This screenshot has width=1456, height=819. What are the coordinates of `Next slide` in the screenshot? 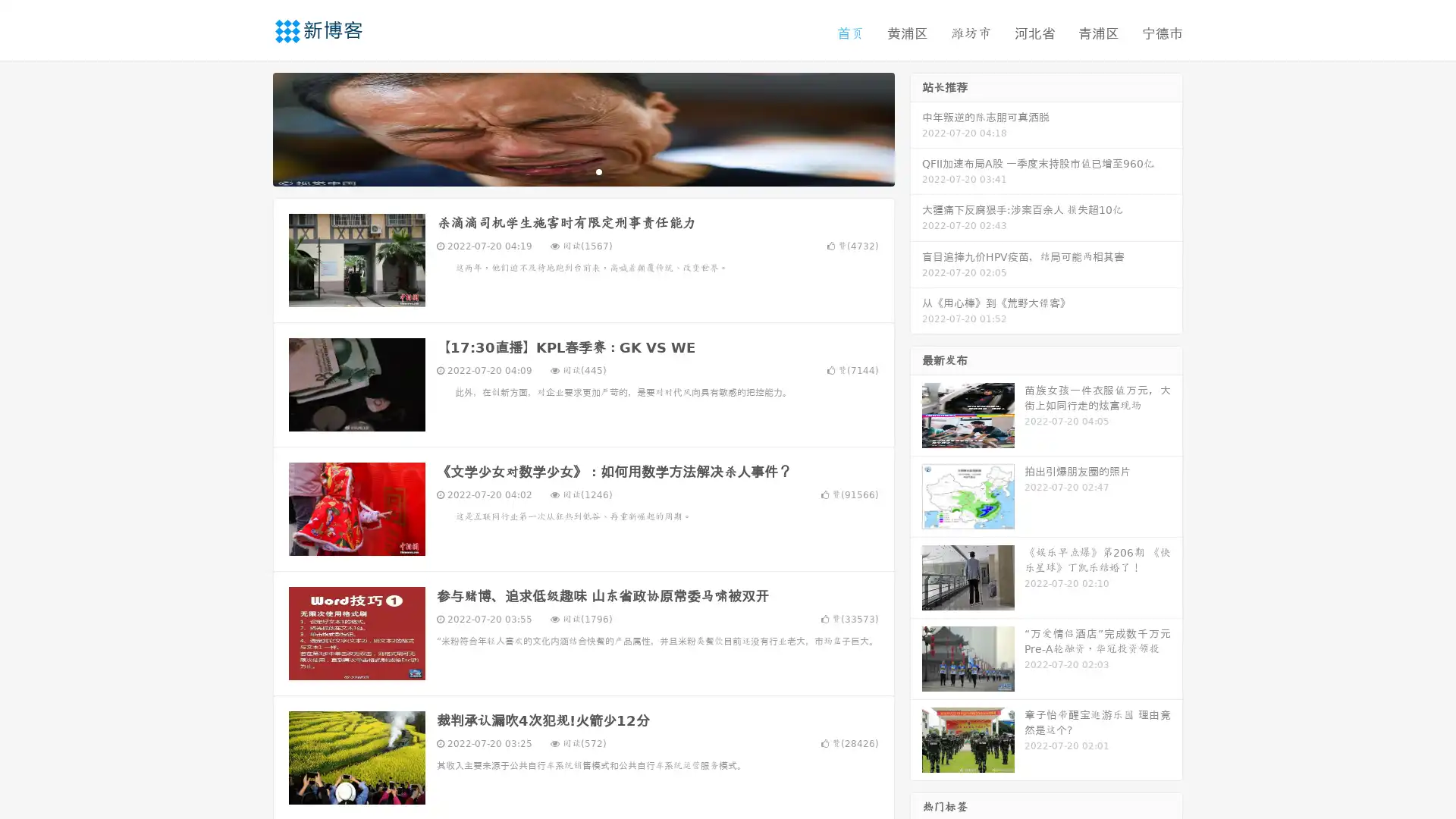 It's located at (916, 127).